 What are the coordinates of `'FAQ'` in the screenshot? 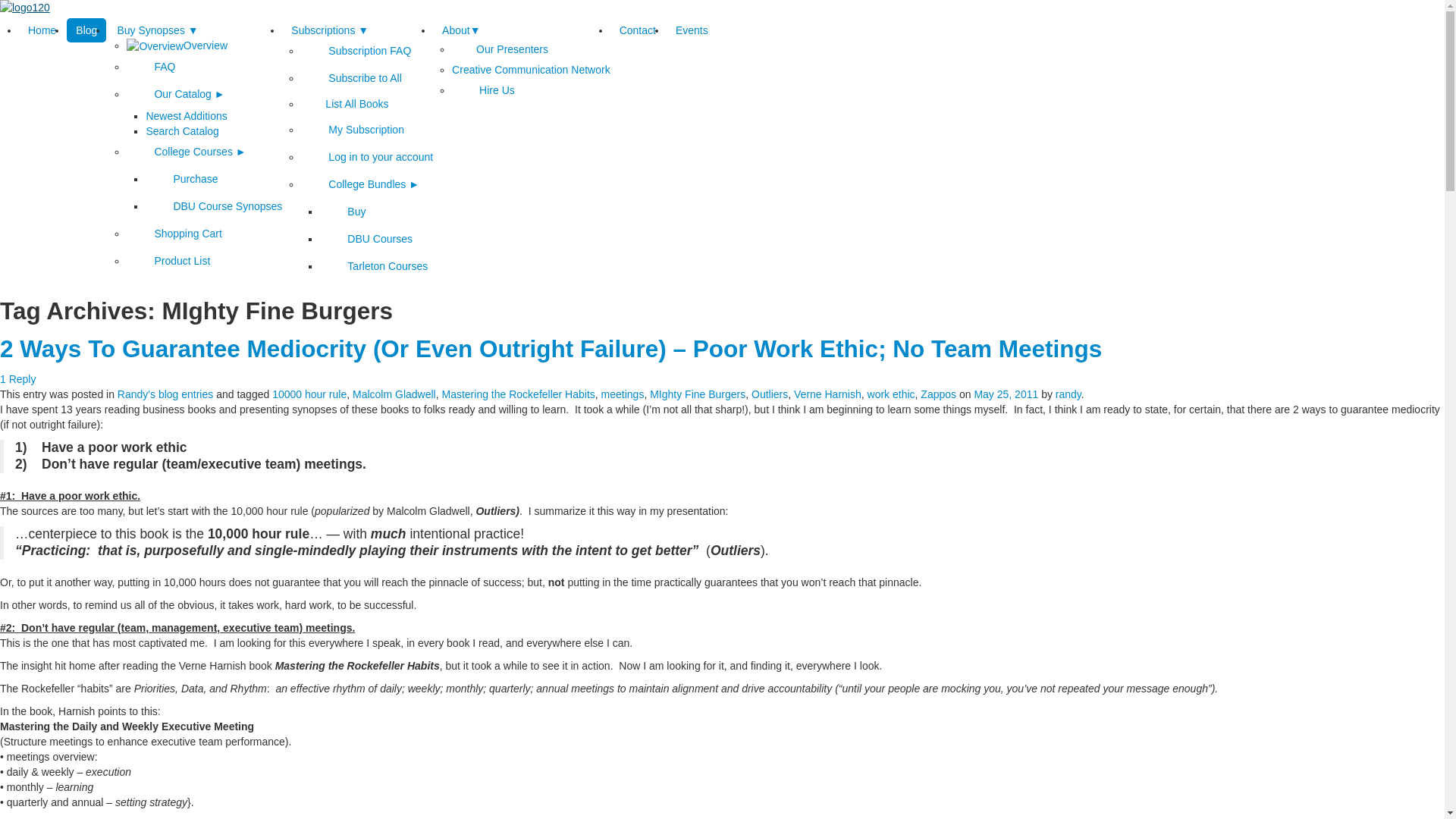 It's located at (127, 66).